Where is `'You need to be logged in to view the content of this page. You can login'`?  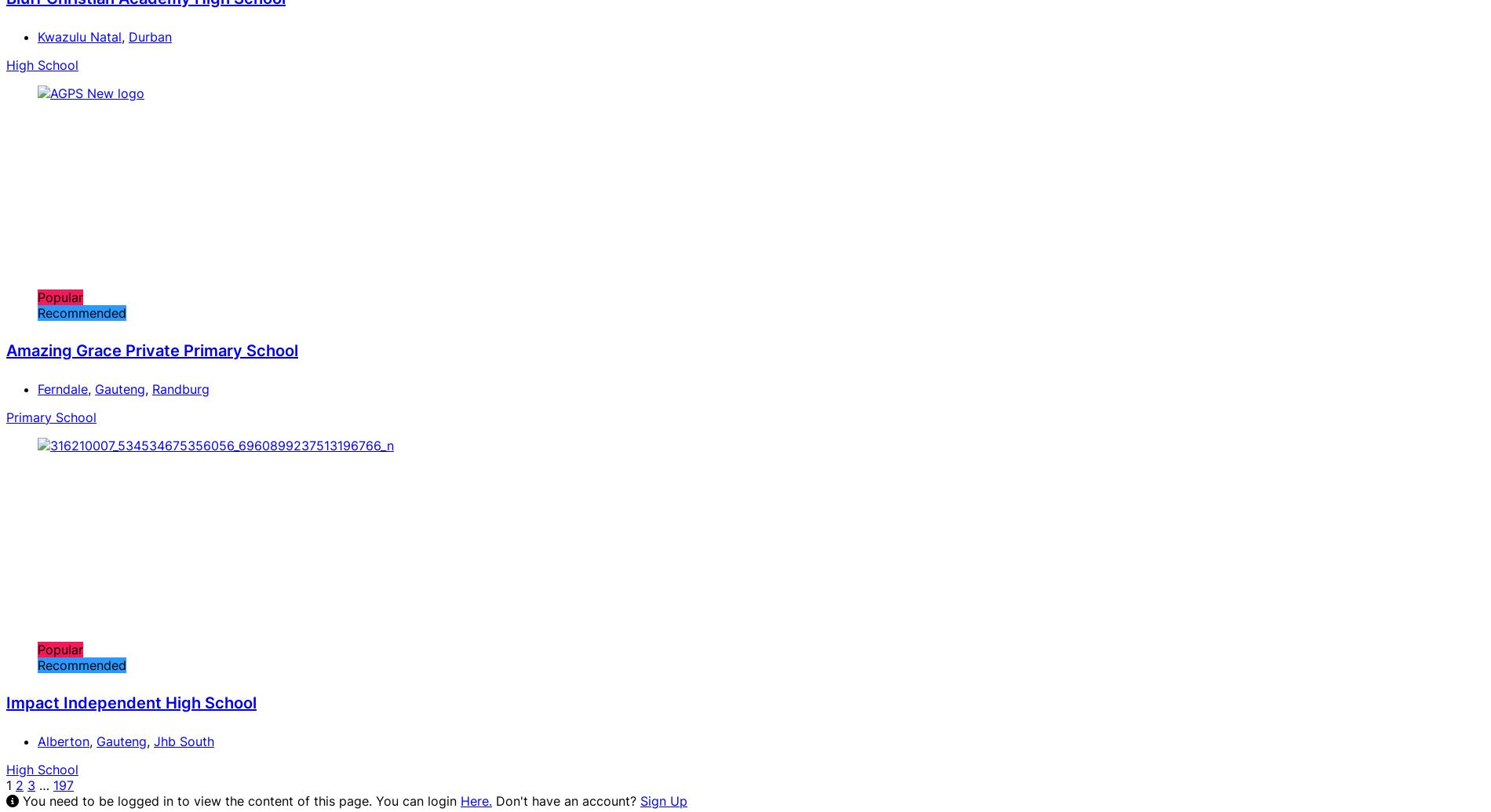
'You need to be logged in to view the content of this page. You can login' is located at coordinates (18, 799).